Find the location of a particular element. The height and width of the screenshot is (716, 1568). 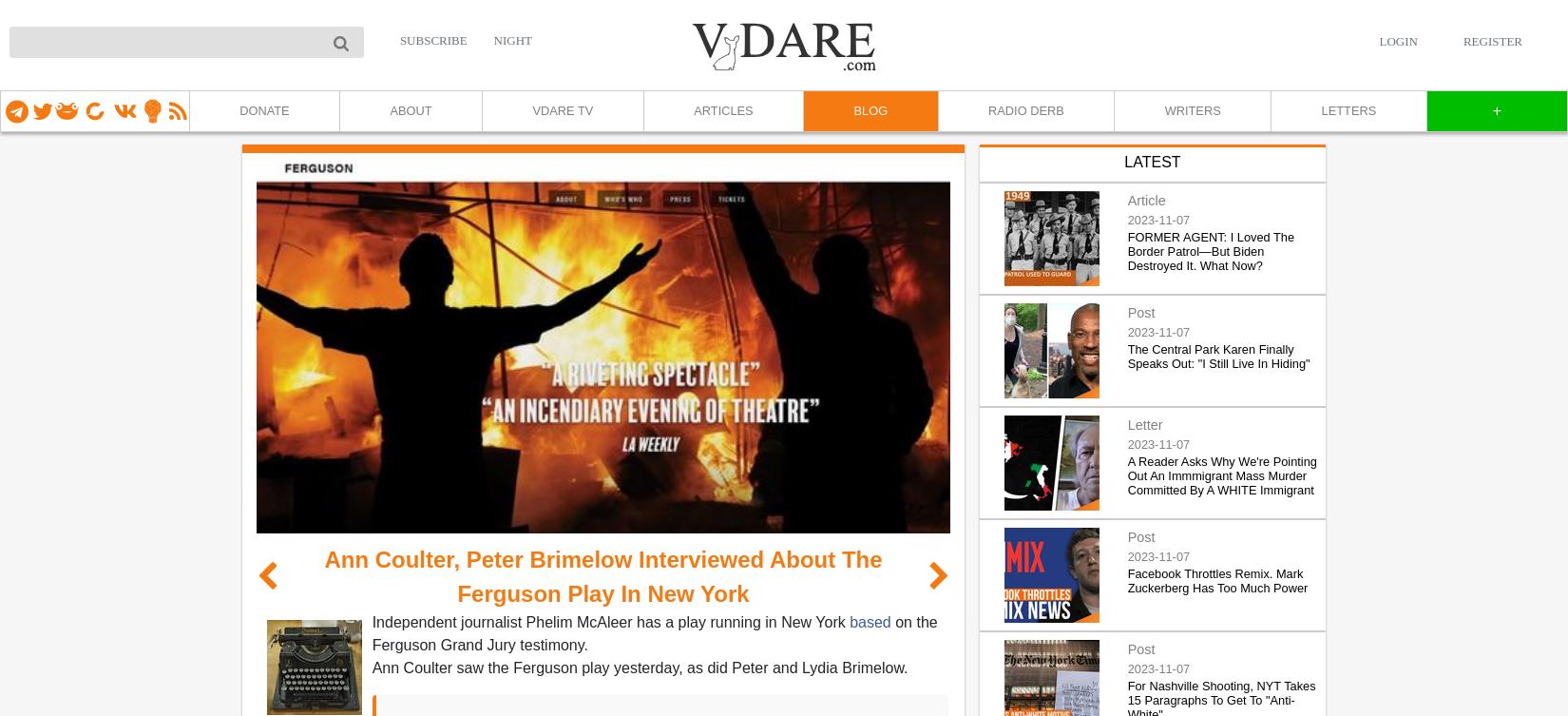

'Article' is located at coordinates (1145, 199).